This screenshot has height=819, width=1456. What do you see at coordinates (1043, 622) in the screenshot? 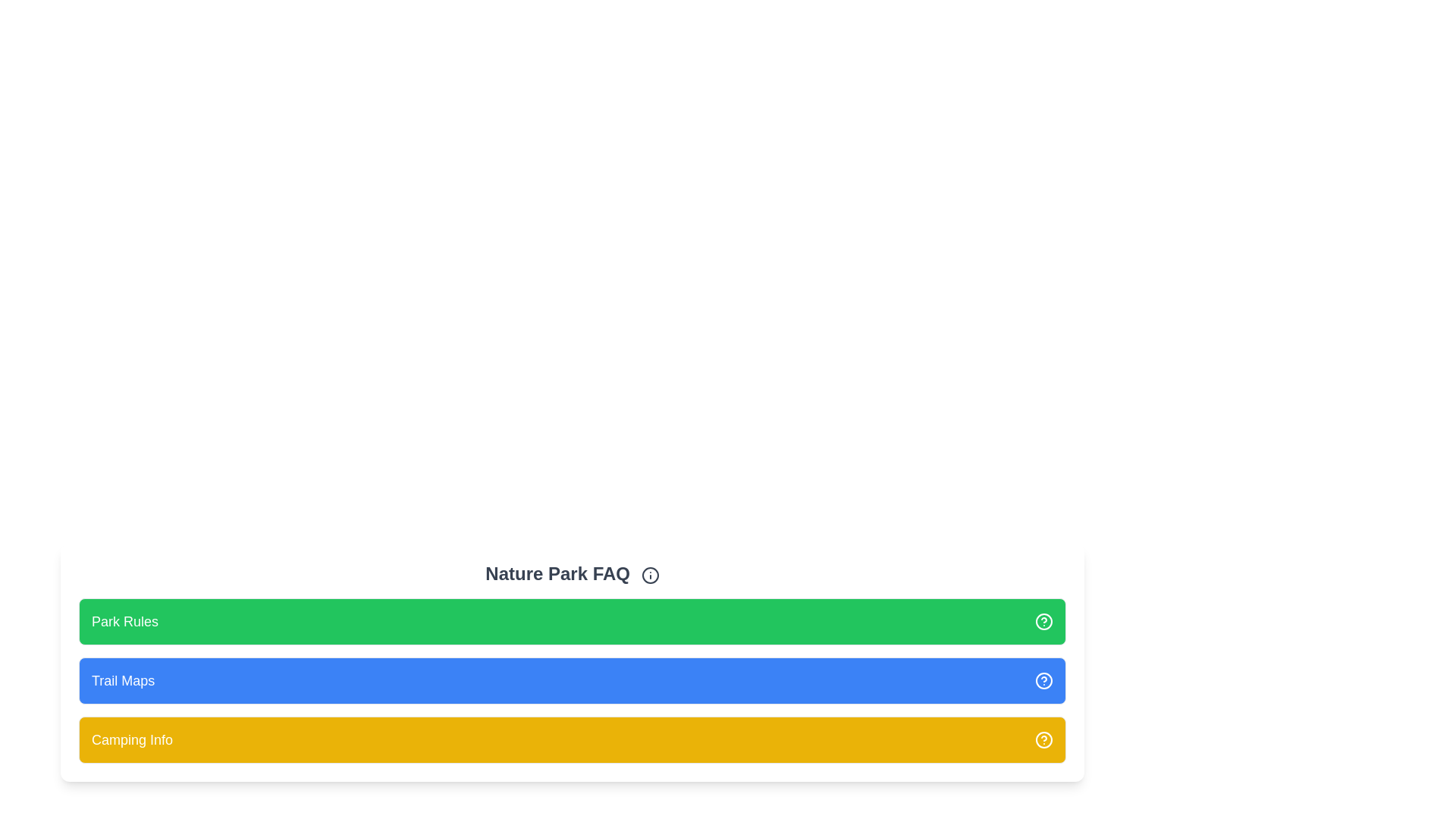
I see `the help icon located in the 'Park Rules' section, characterized by a green circular outline with a question mark inside, positioned on the far right adjacent to the 'Park Rules' text` at bounding box center [1043, 622].